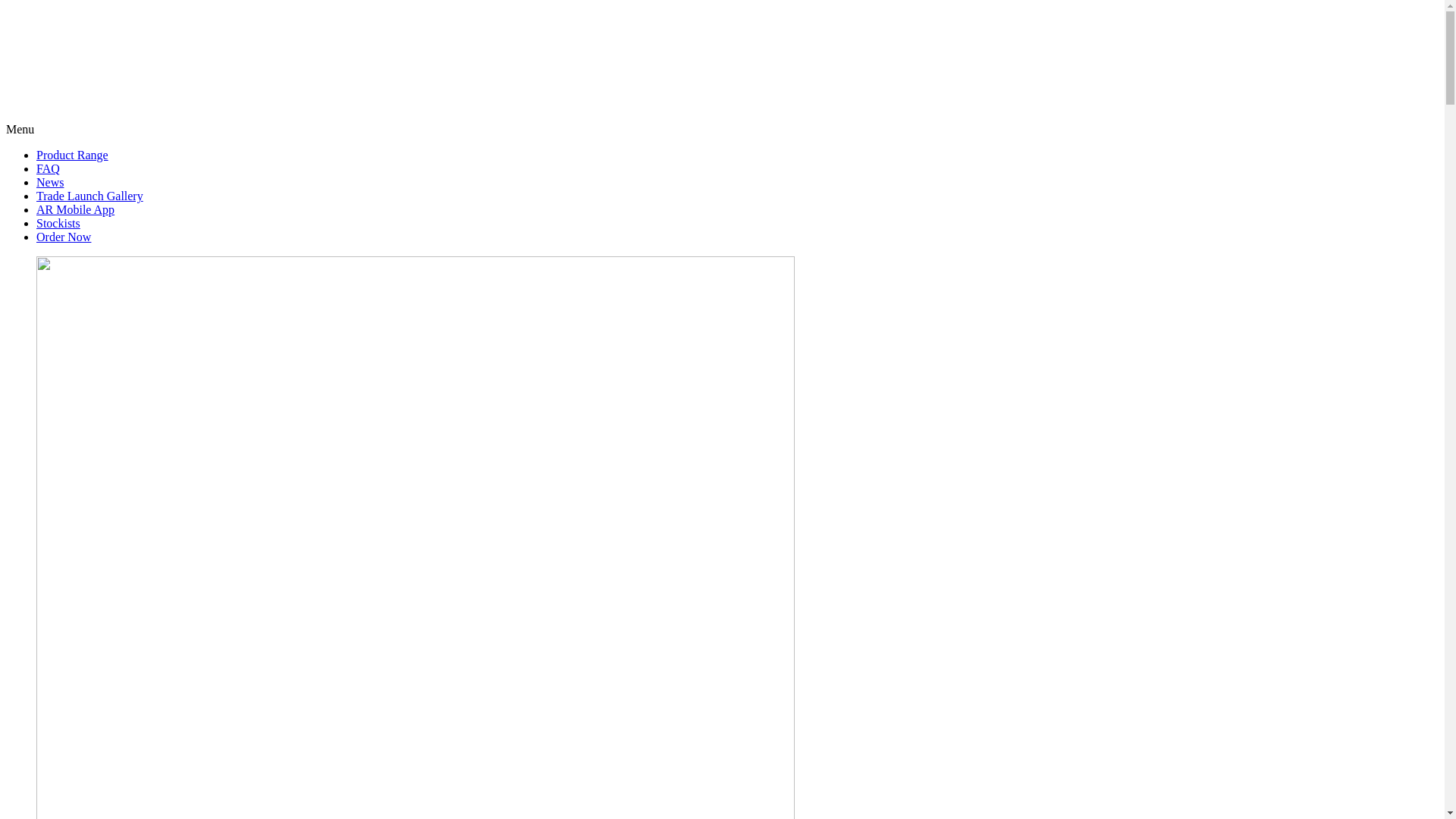 This screenshot has height=819, width=1456. Describe the element at coordinates (58, 223) in the screenshot. I see `'Stockists'` at that location.